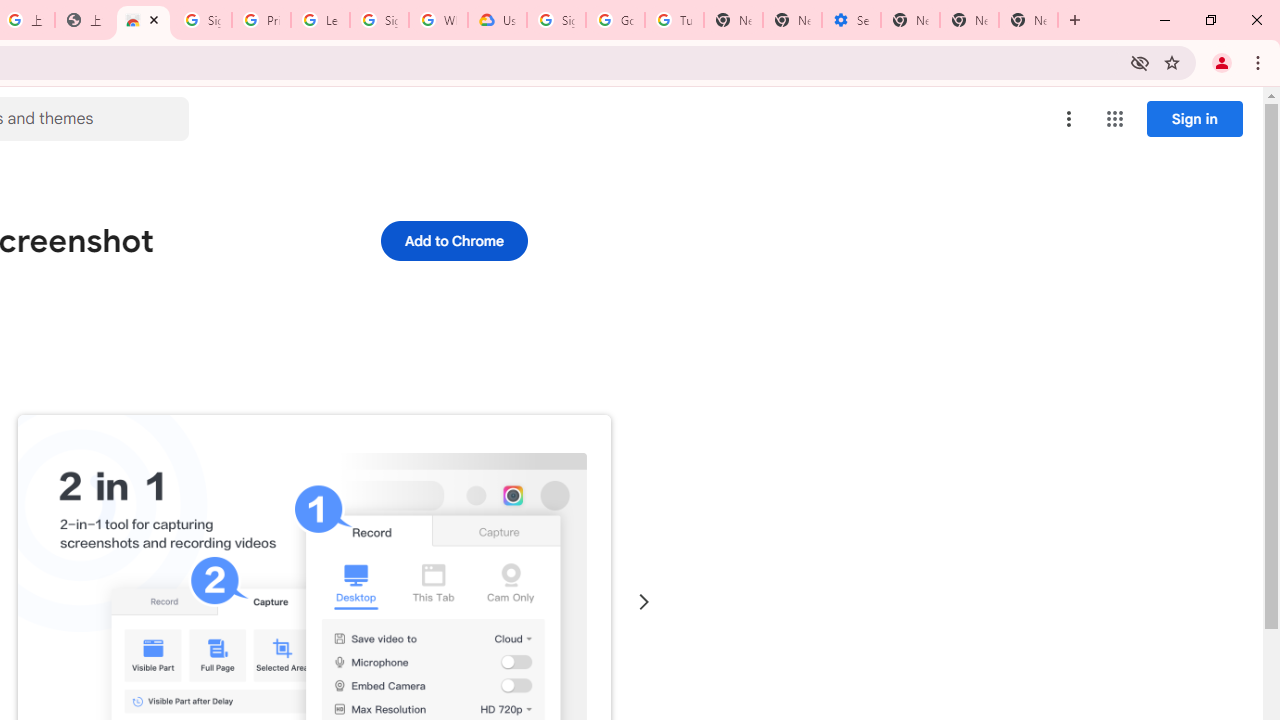 Image resolution: width=1280 pixels, height=720 pixels. I want to click on 'Turn cookies on or off - Computer - Google Account Help', so click(674, 20).